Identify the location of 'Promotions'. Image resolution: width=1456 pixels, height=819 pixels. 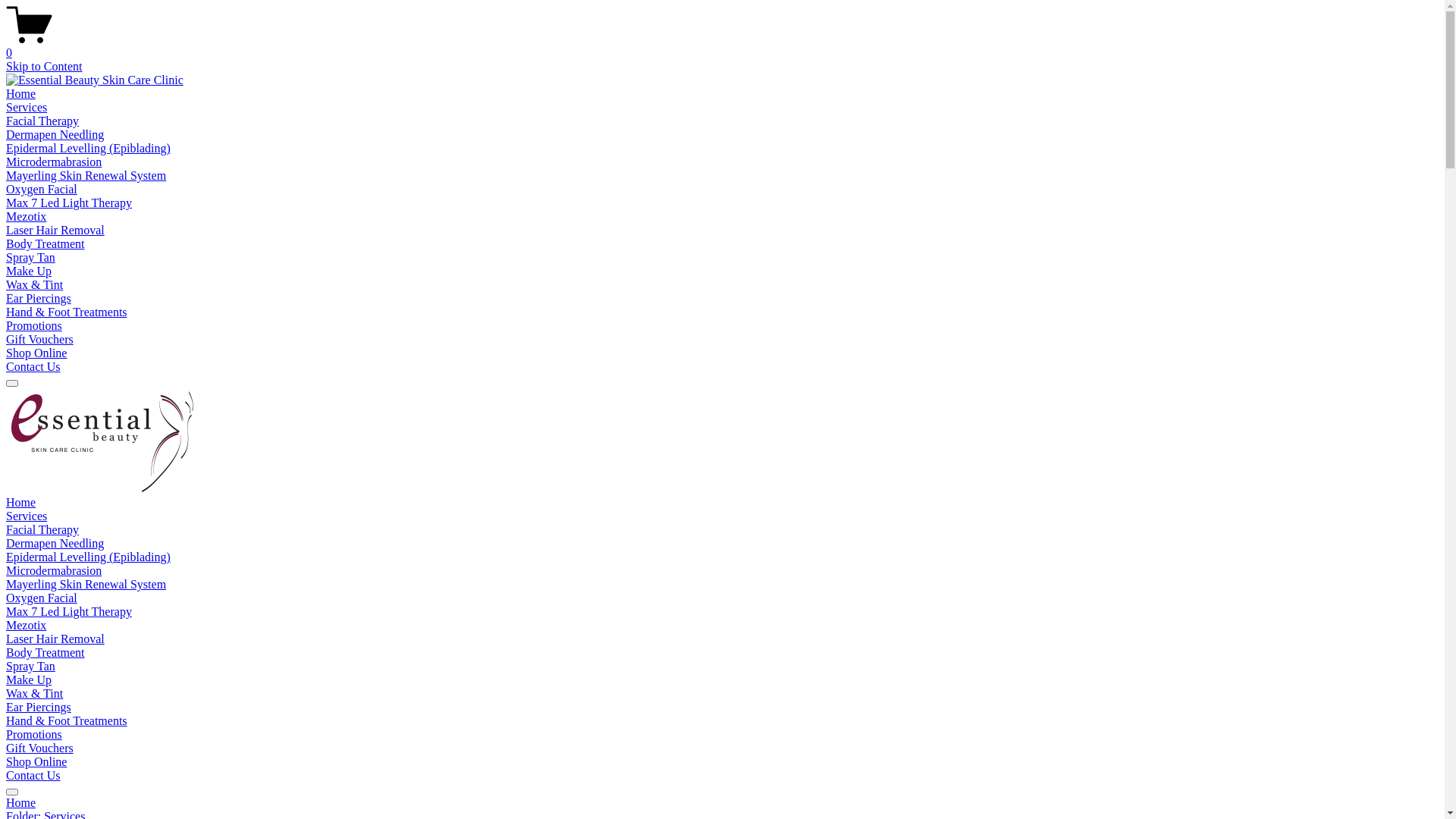
(33, 733).